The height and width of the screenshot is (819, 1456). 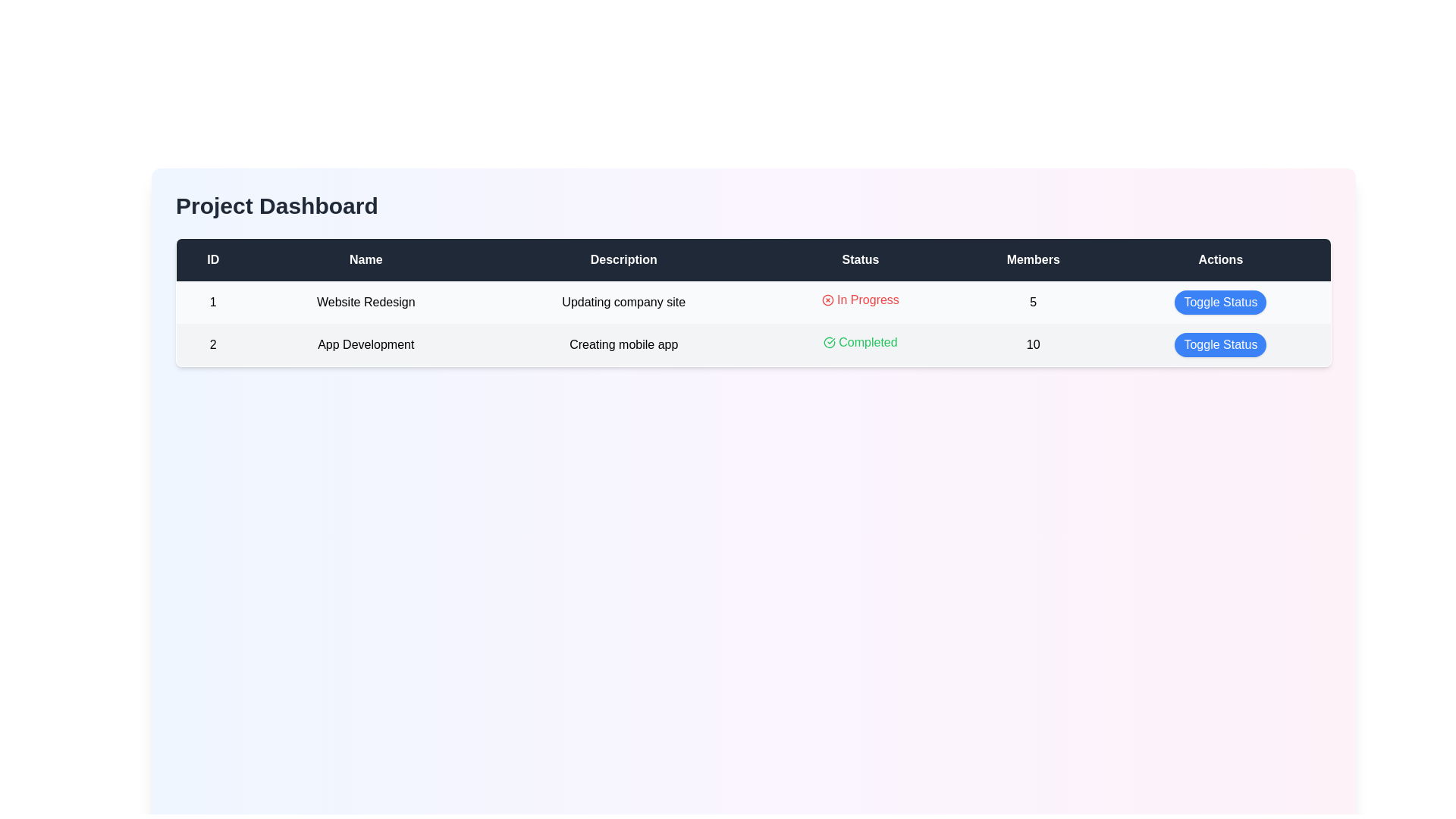 I want to click on the Text Label in the leftmost column of the second row of the data table, which serves as a unique identifier for the item listed, located below the 'ID' header and to the left of the 'App Development' cell, so click(x=212, y=345).